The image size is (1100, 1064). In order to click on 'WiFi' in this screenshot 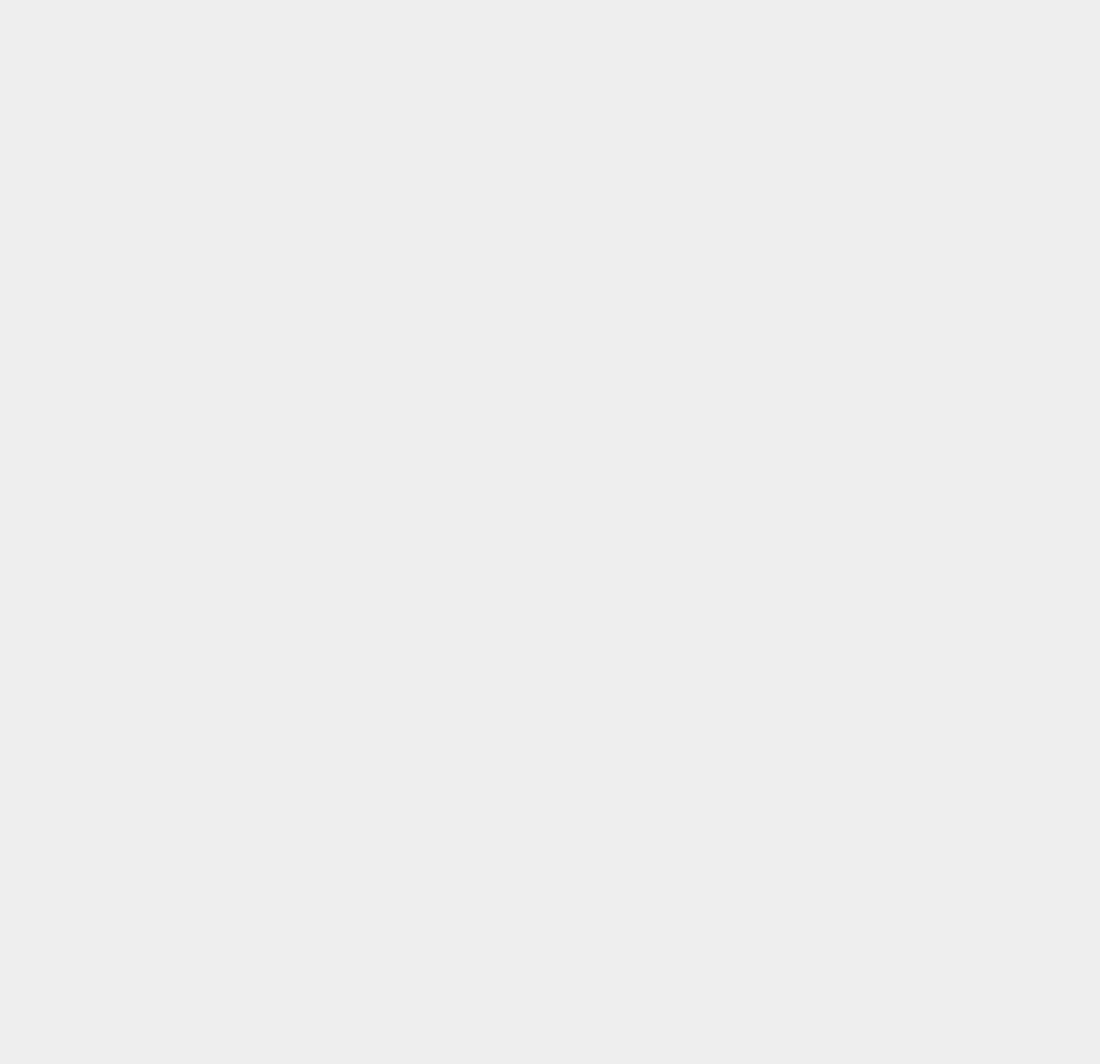, I will do `click(791, 912)`.